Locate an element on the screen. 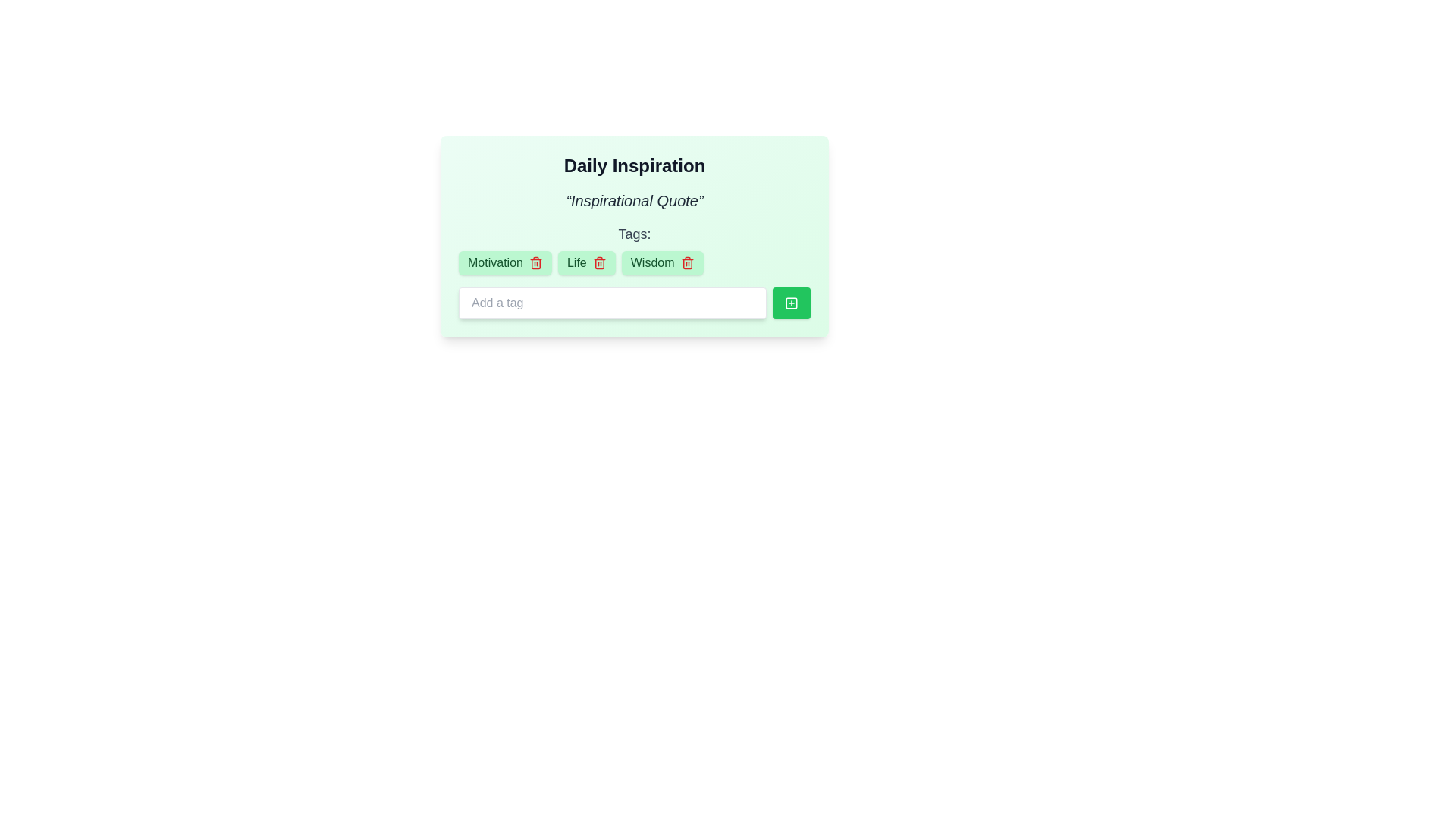 Image resolution: width=1456 pixels, height=819 pixels. the trash icon button for the tag 'Wisdom' is located at coordinates (686, 262).